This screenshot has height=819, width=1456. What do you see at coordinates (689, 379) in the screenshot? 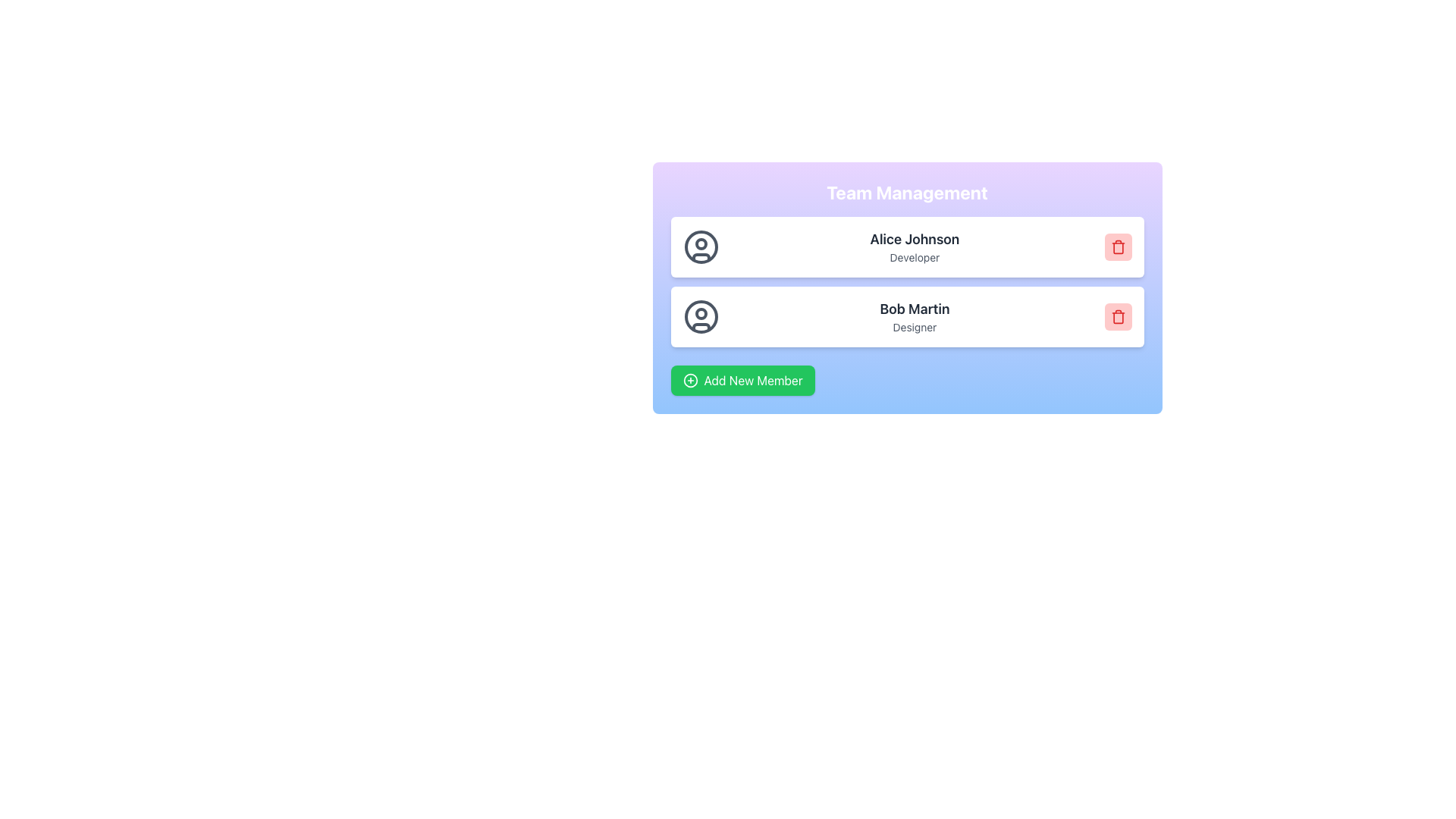
I see `the add member icon located to the left of the 'Add New Member' text within the green button at the bottom of the section` at bounding box center [689, 379].